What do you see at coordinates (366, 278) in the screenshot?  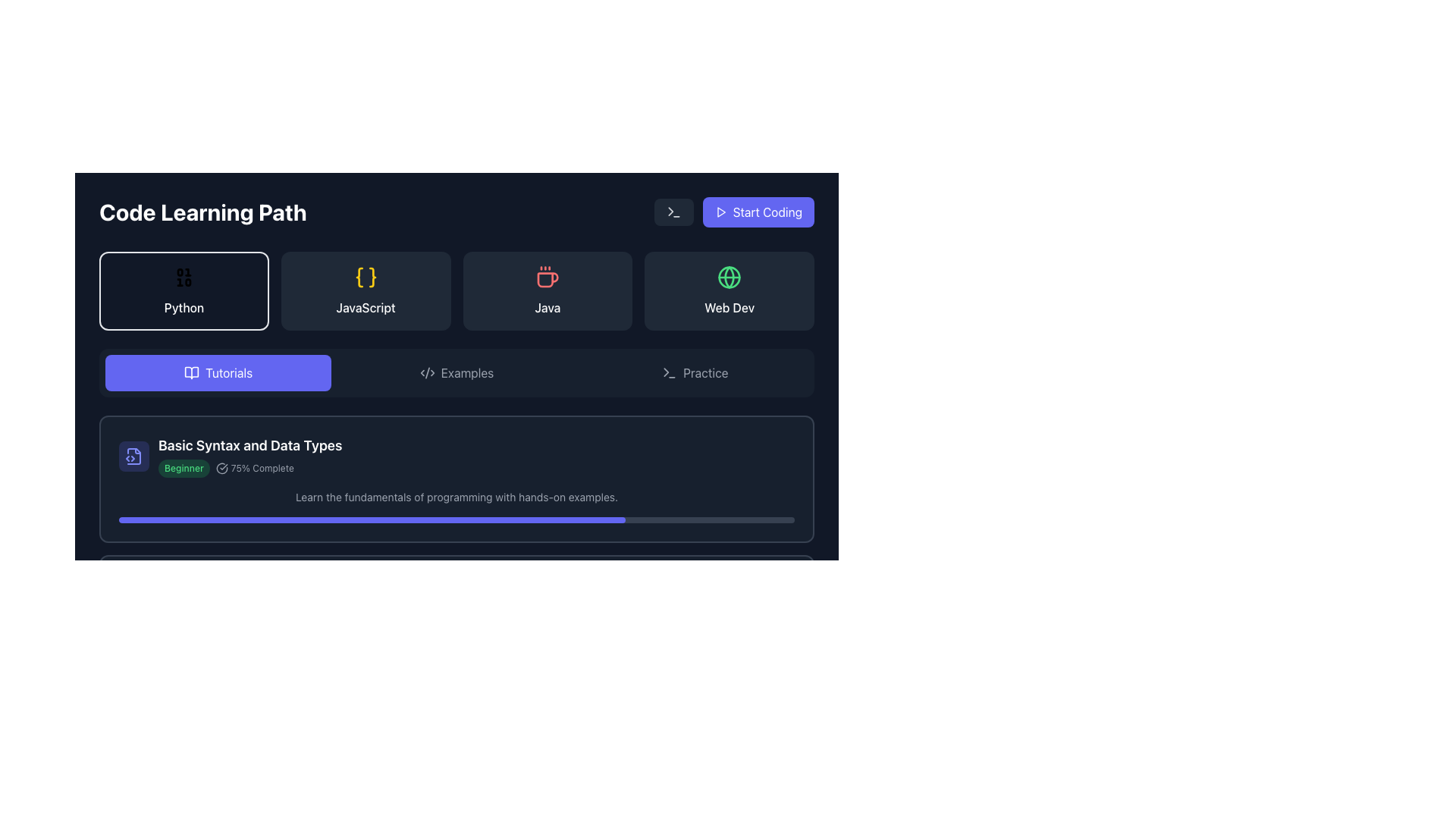 I see `the JavaScript icon located at the top center of the card labeled 'JavaScript', which is the second card among four` at bounding box center [366, 278].